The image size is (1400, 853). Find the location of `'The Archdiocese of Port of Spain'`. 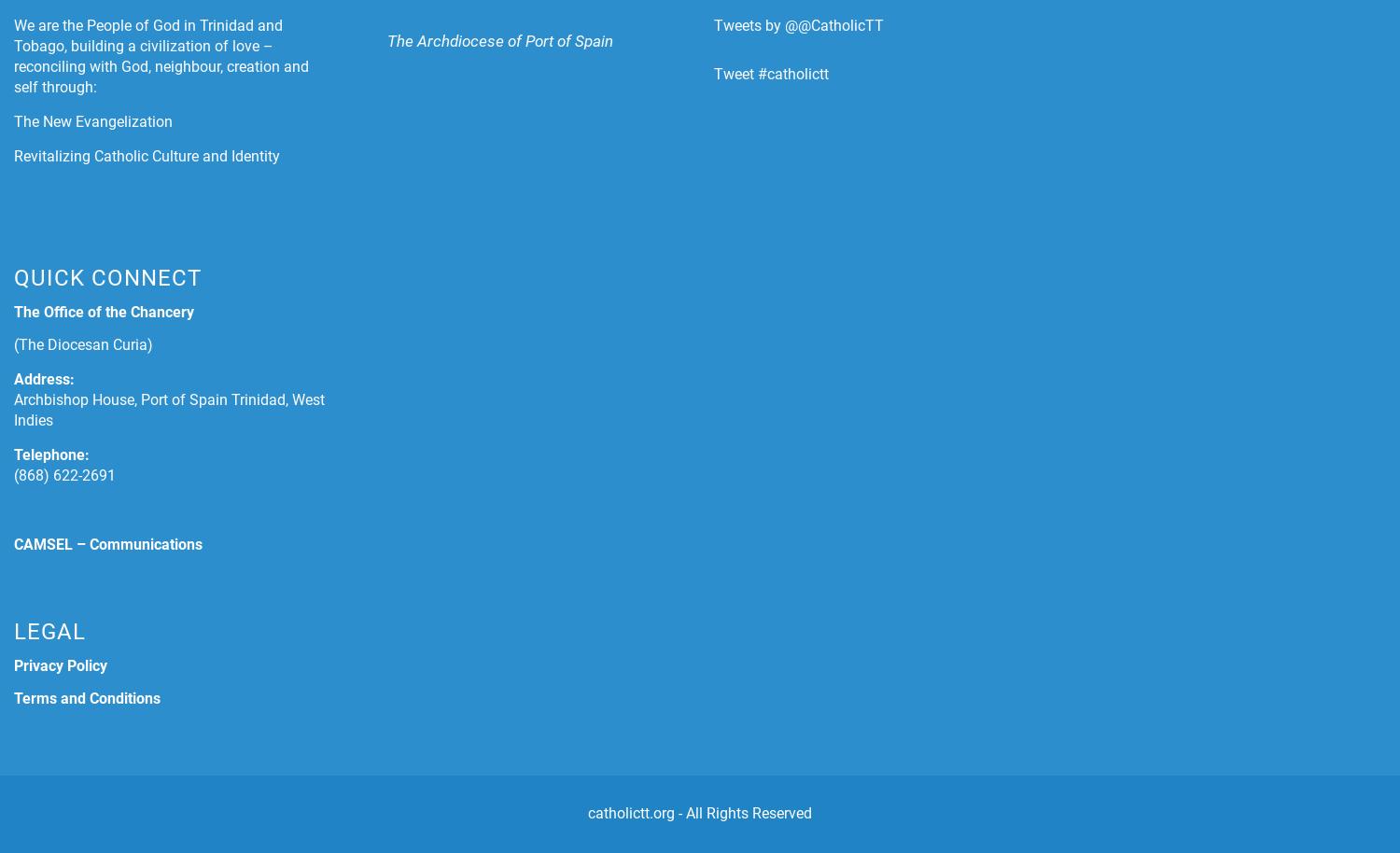

'The Archdiocese of Port of Spain' is located at coordinates (499, 40).